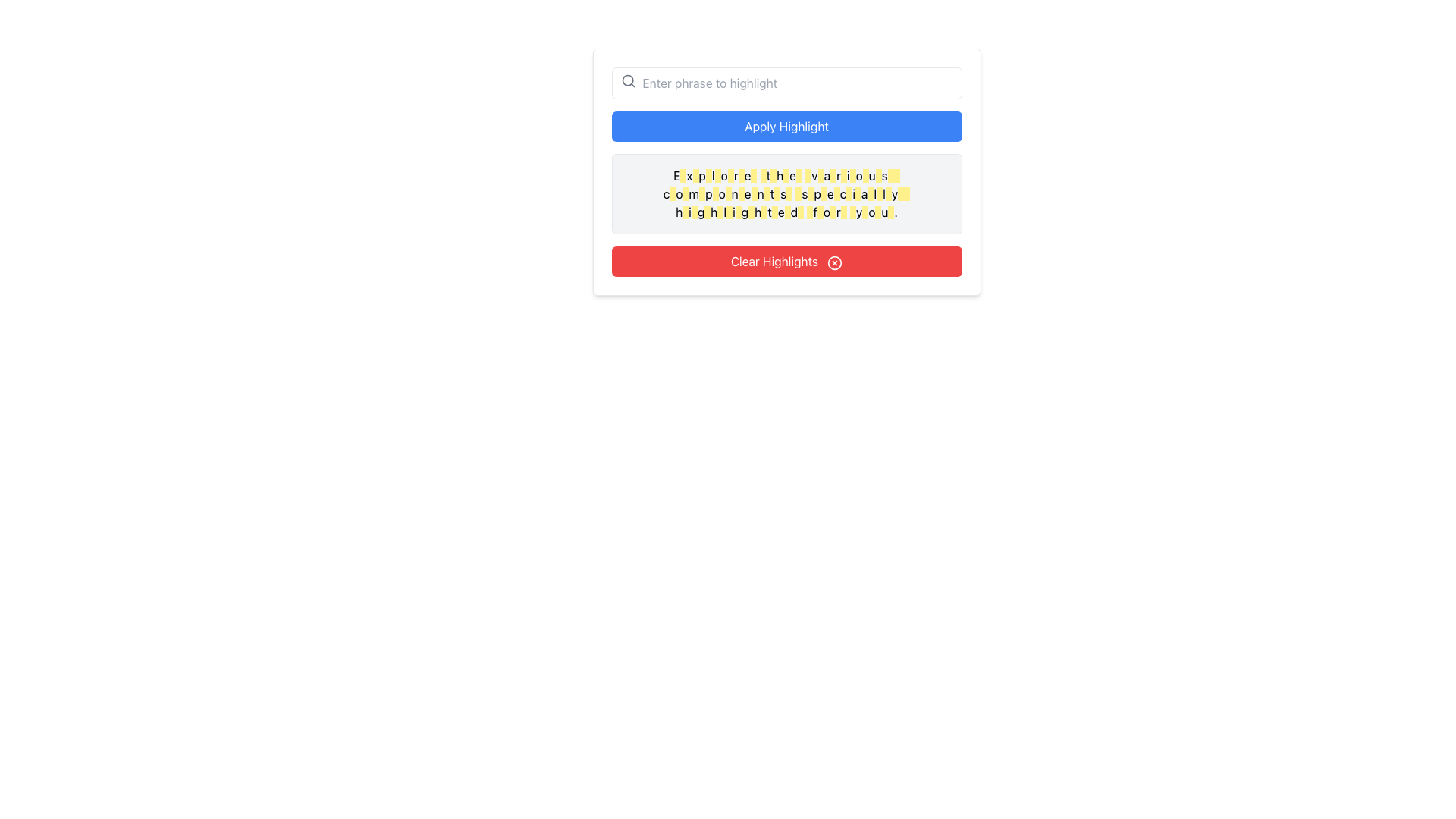 The image size is (1456, 819). Describe the element at coordinates (685, 193) in the screenshot. I see `the yellow-highlighted text area within the sentence 'Explore the various components specially highlighted for you.', specifically around the letter 'o' in 'components'` at that location.